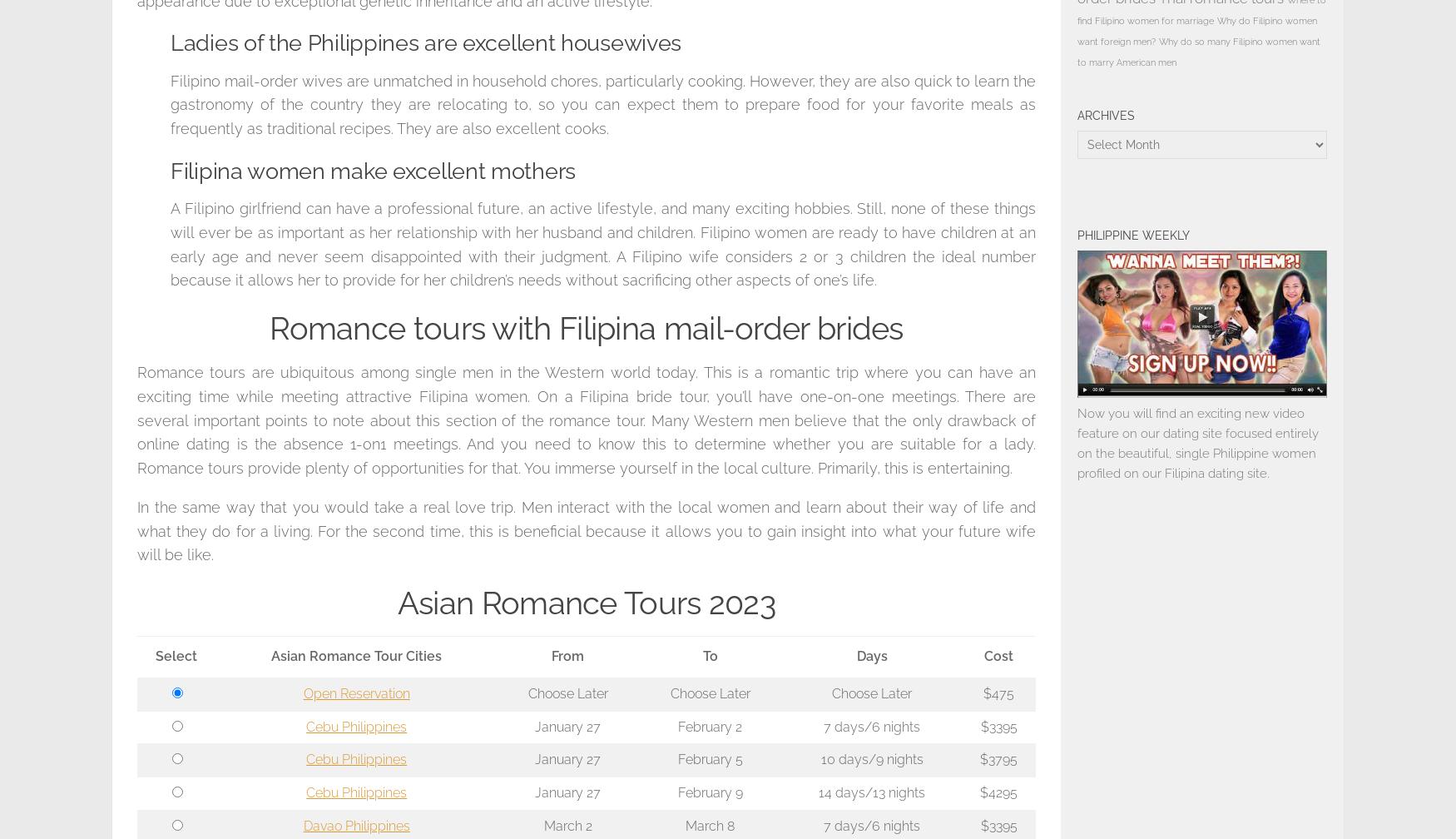  Describe the element at coordinates (871, 792) in the screenshot. I see `'14 days/13 nights'` at that location.